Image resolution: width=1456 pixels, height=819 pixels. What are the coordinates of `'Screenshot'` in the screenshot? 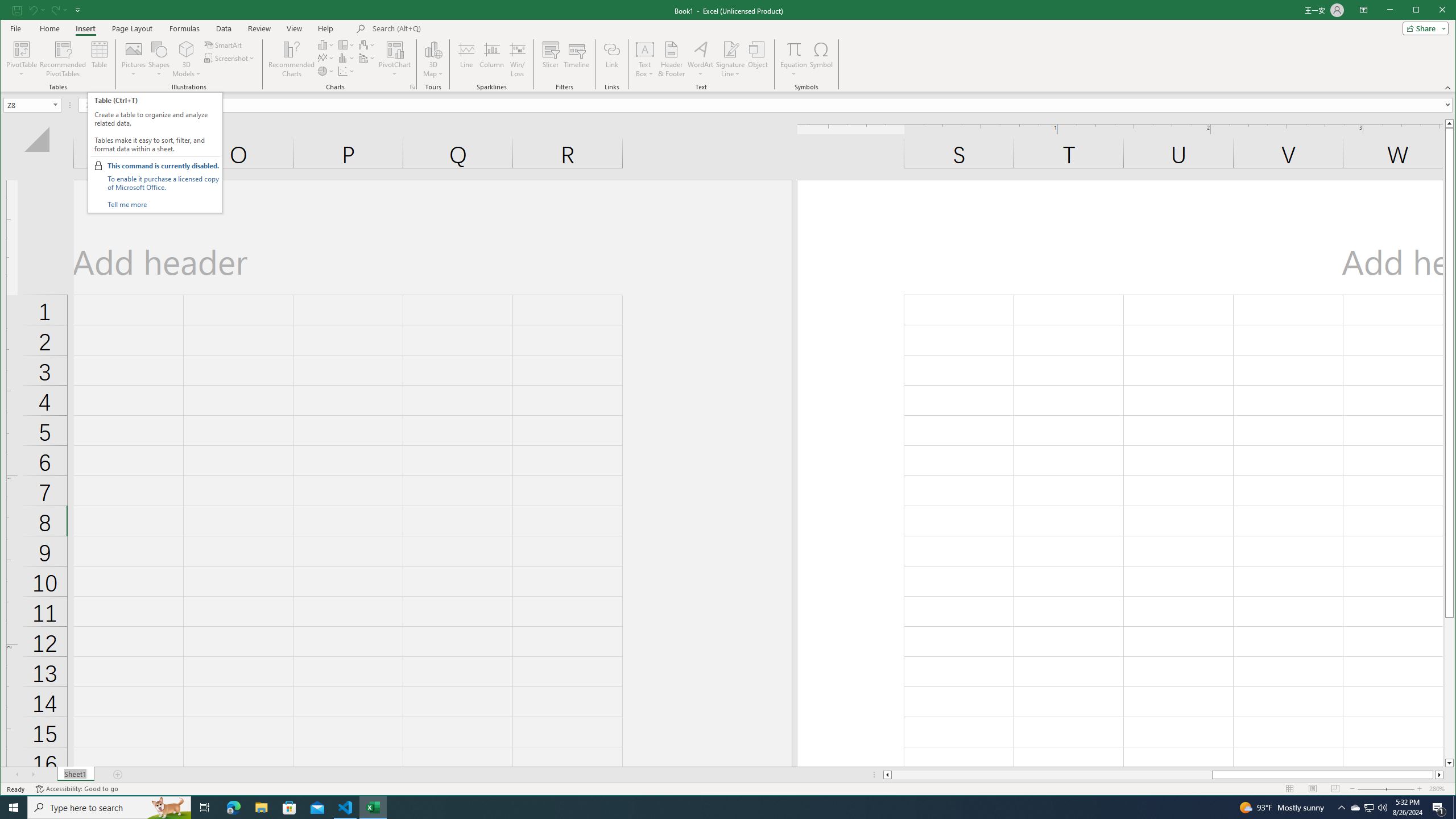 It's located at (229, 58).